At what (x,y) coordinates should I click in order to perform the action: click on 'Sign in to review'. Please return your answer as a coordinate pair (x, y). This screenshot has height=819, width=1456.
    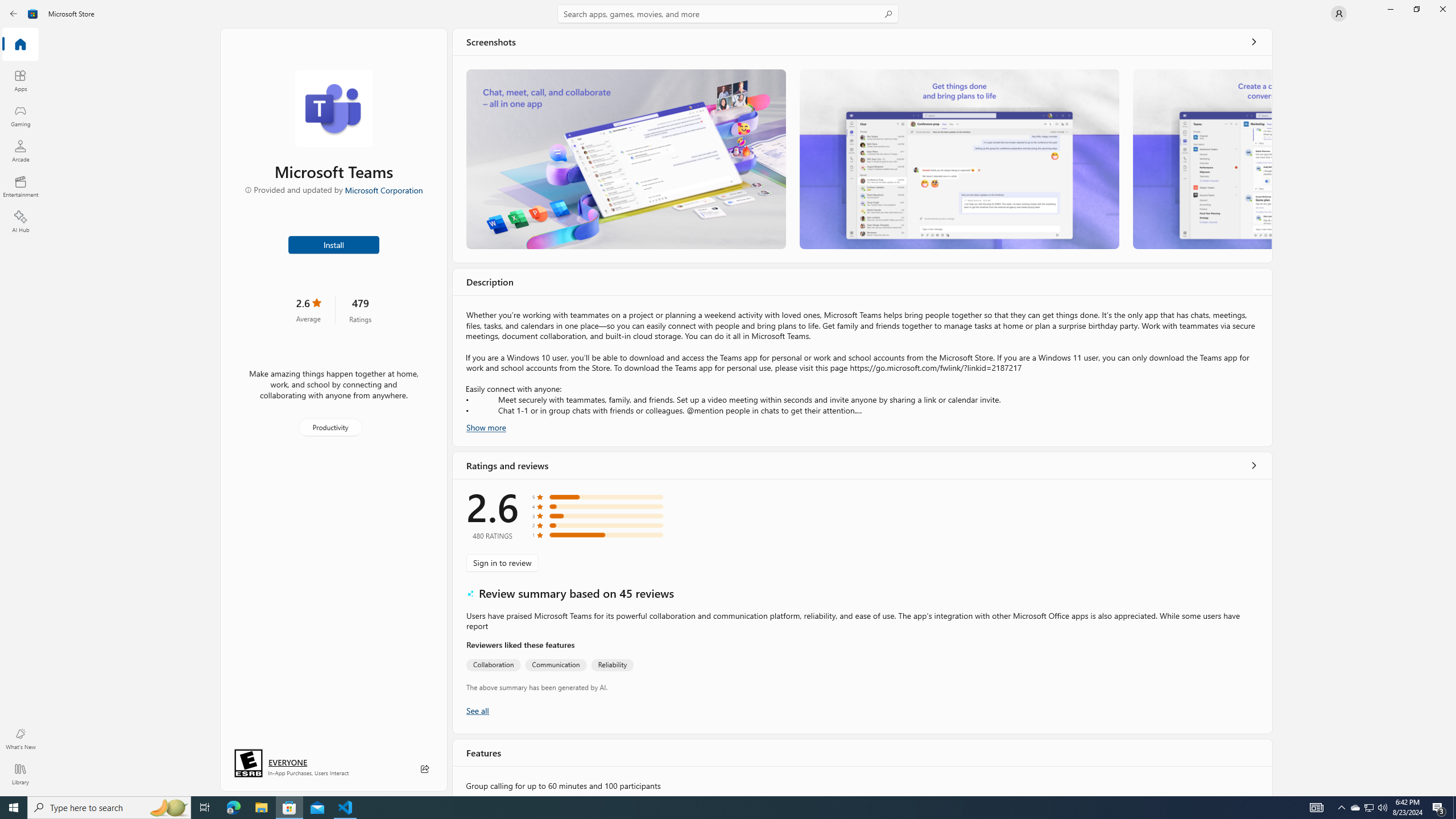
    Looking at the image, I should click on (502, 562).